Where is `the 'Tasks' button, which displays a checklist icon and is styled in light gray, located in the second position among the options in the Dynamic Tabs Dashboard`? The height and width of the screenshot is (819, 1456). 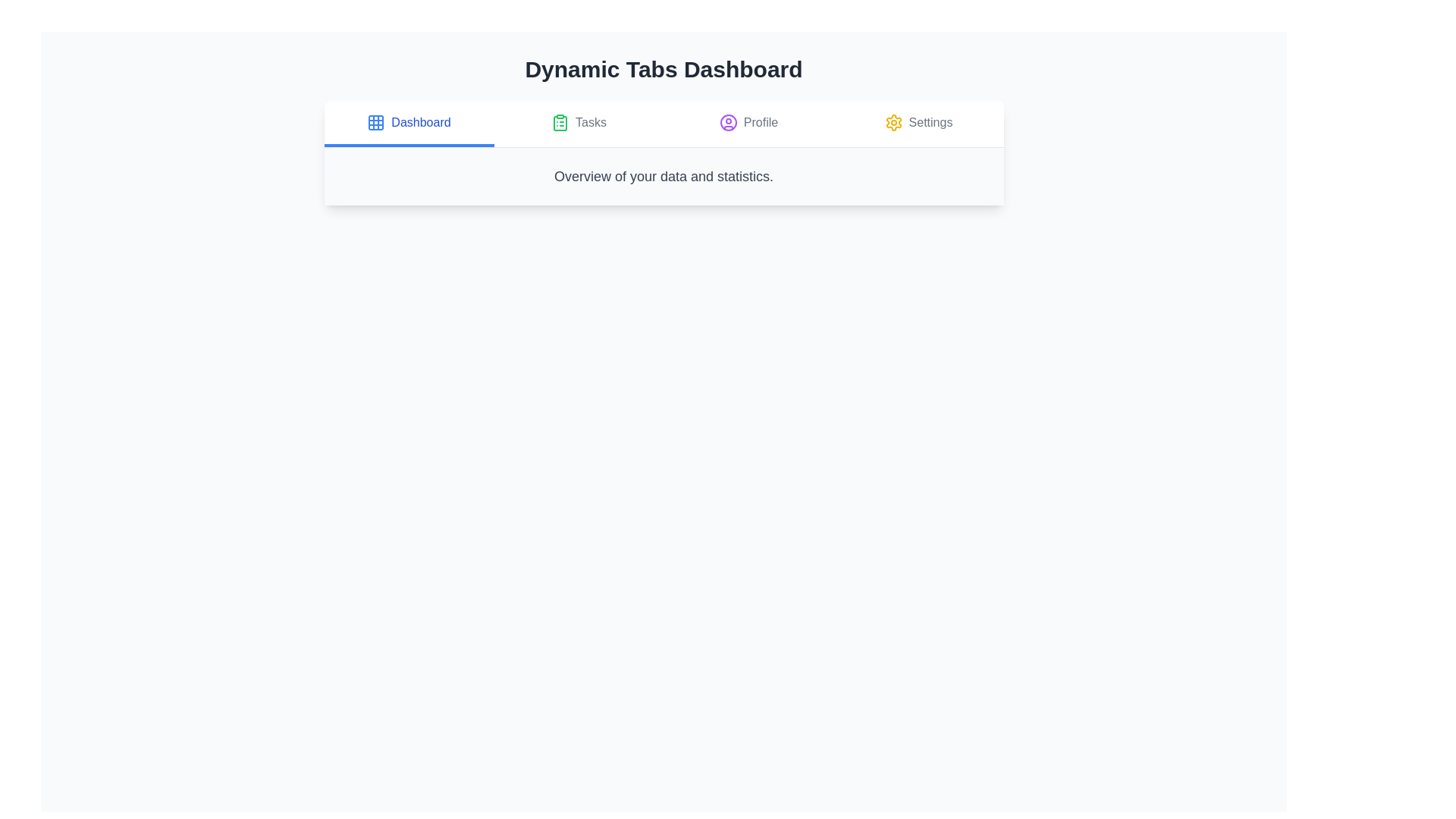
the 'Tasks' button, which displays a checklist icon and is styled in light gray, located in the second position among the options in the Dynamic Tabs Dashboard is located at coordinates (578, 124).